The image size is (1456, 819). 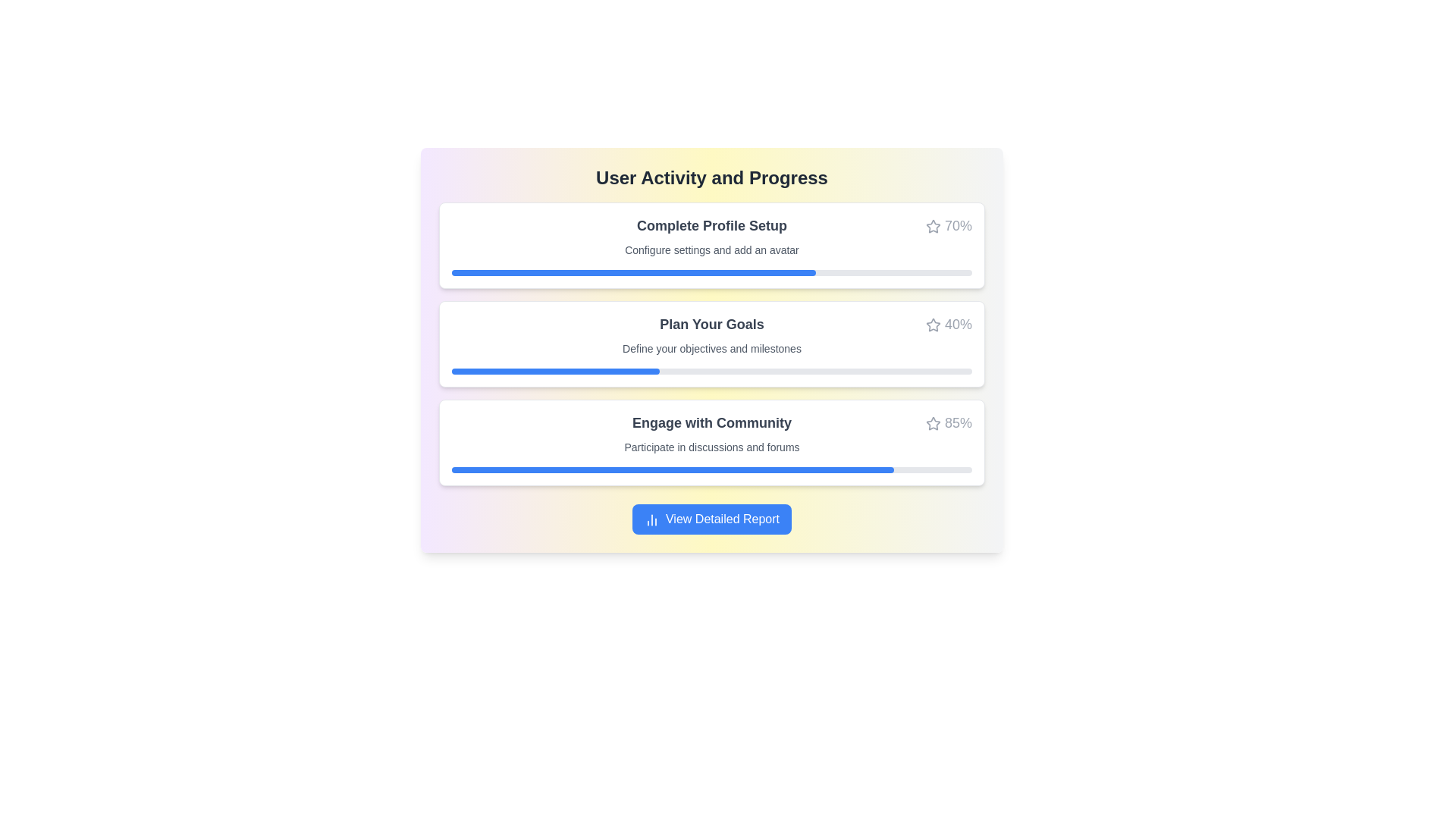 I want to click on additional descriptive information provided by the Text Label located below the heading text in the 'Plan Your Goals' card, which outlines its purpose or intended actions, so click(x=711, y=348).